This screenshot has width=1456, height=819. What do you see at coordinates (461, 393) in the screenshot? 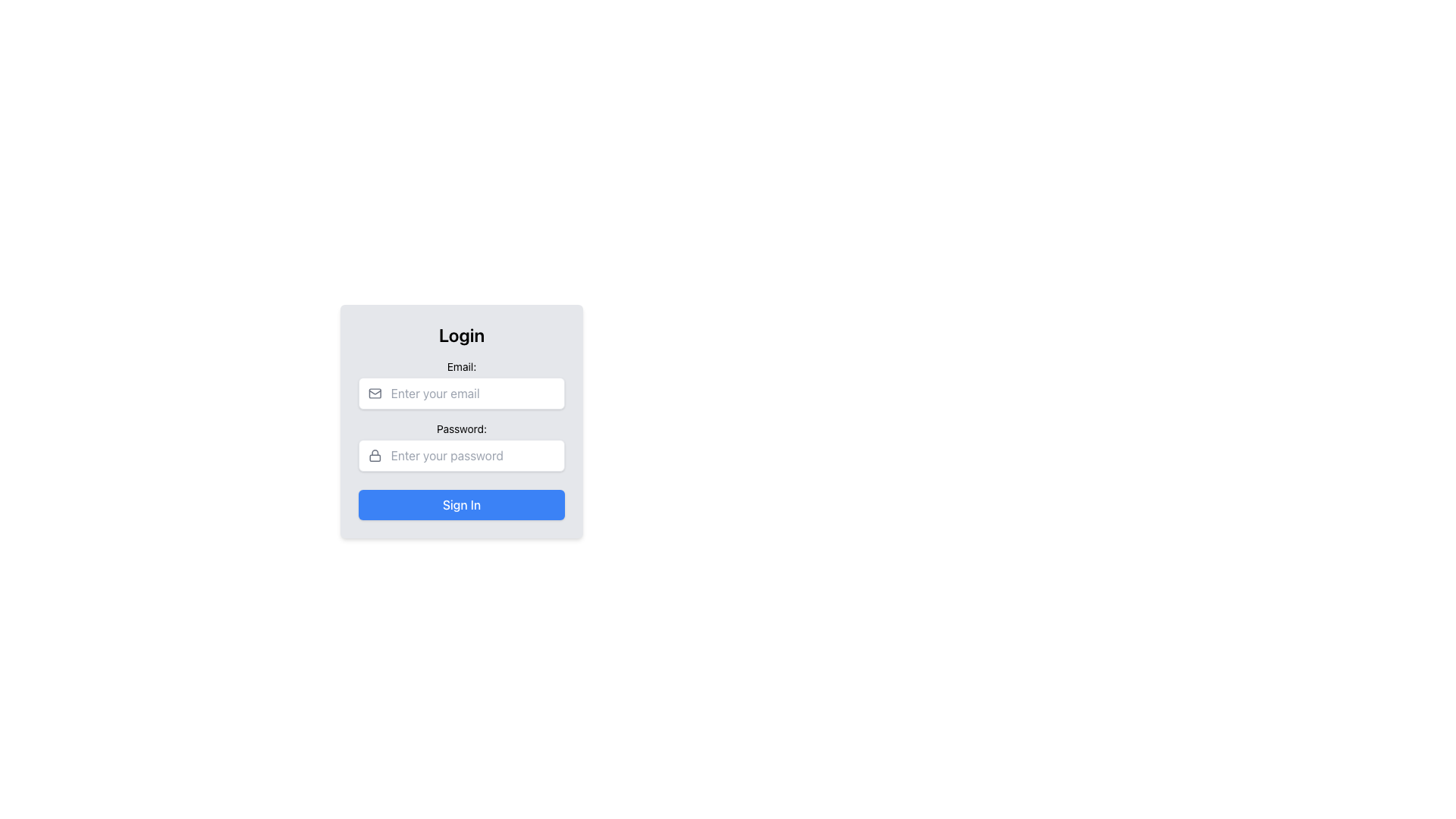
I see `the rectangular input field styled with rounded corners and a shadow effect, which contains an envelope icon and the placeholder text 'Enter your email', located below the 'Email:' label in the 'Login' form` at bounding box center [461, 393].